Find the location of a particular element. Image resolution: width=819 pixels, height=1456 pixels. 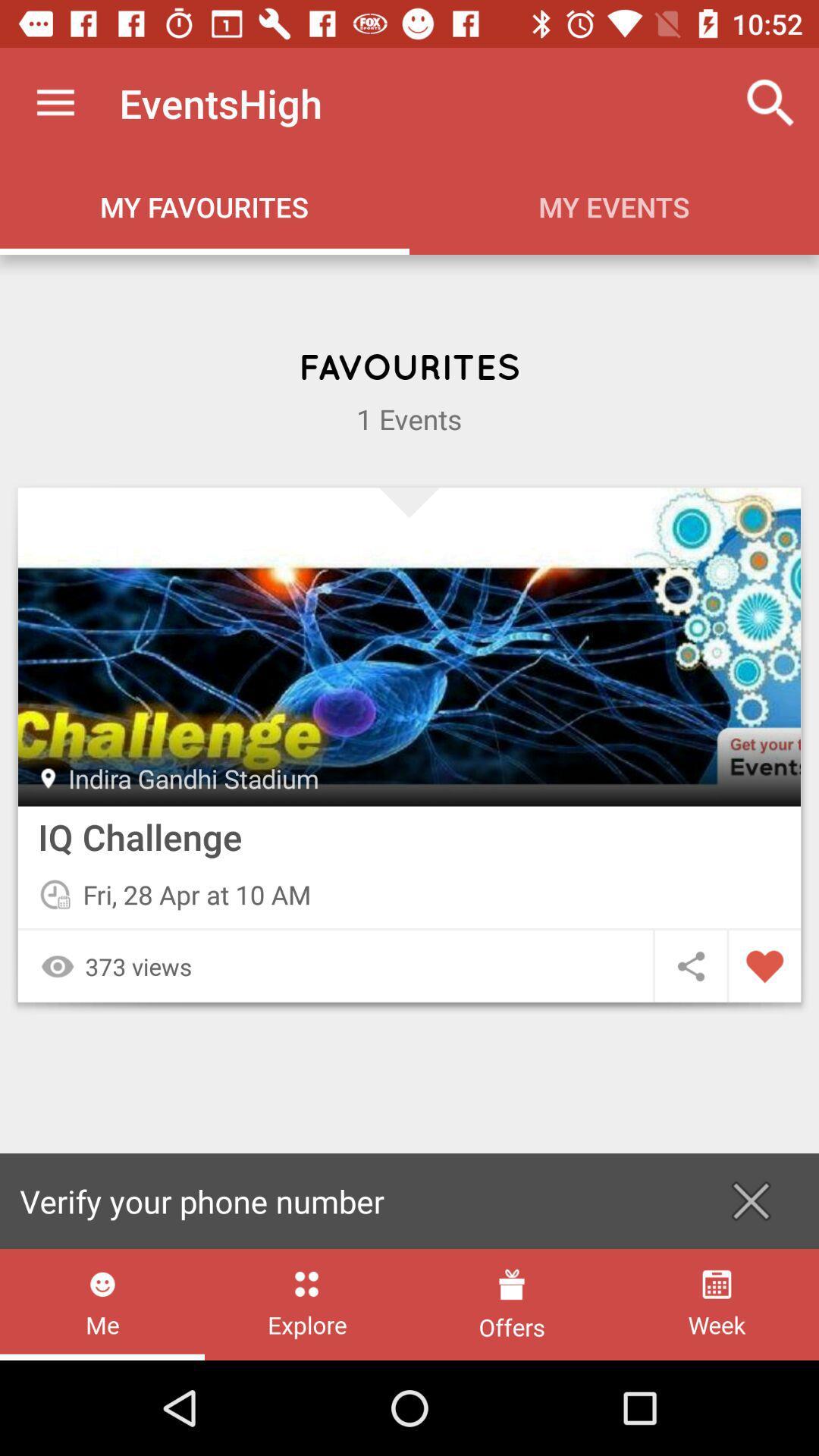

me icon is located at coordinates (102, 1304).